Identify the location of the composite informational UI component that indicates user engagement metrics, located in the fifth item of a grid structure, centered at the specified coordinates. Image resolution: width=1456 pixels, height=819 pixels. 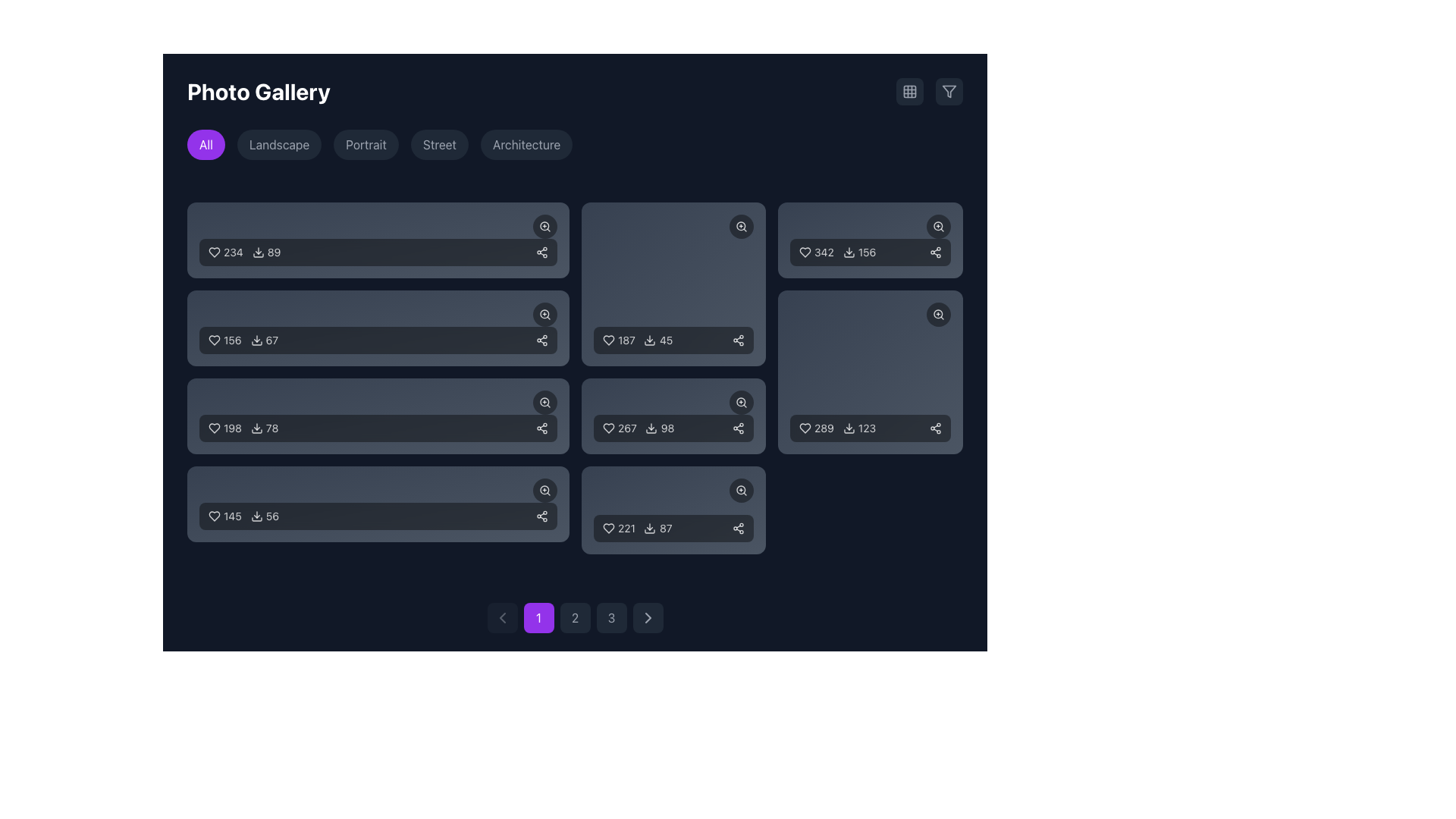
(637, 339).